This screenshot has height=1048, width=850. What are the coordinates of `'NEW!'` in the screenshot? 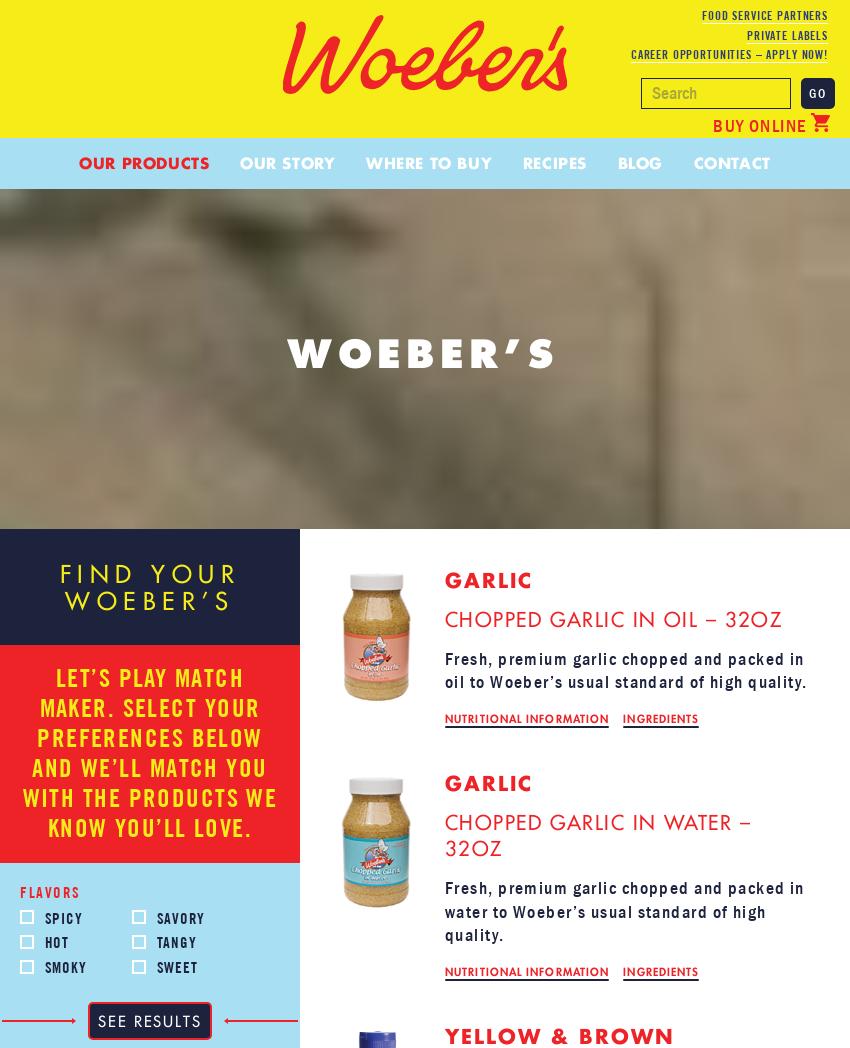 It's located at (571, 211).